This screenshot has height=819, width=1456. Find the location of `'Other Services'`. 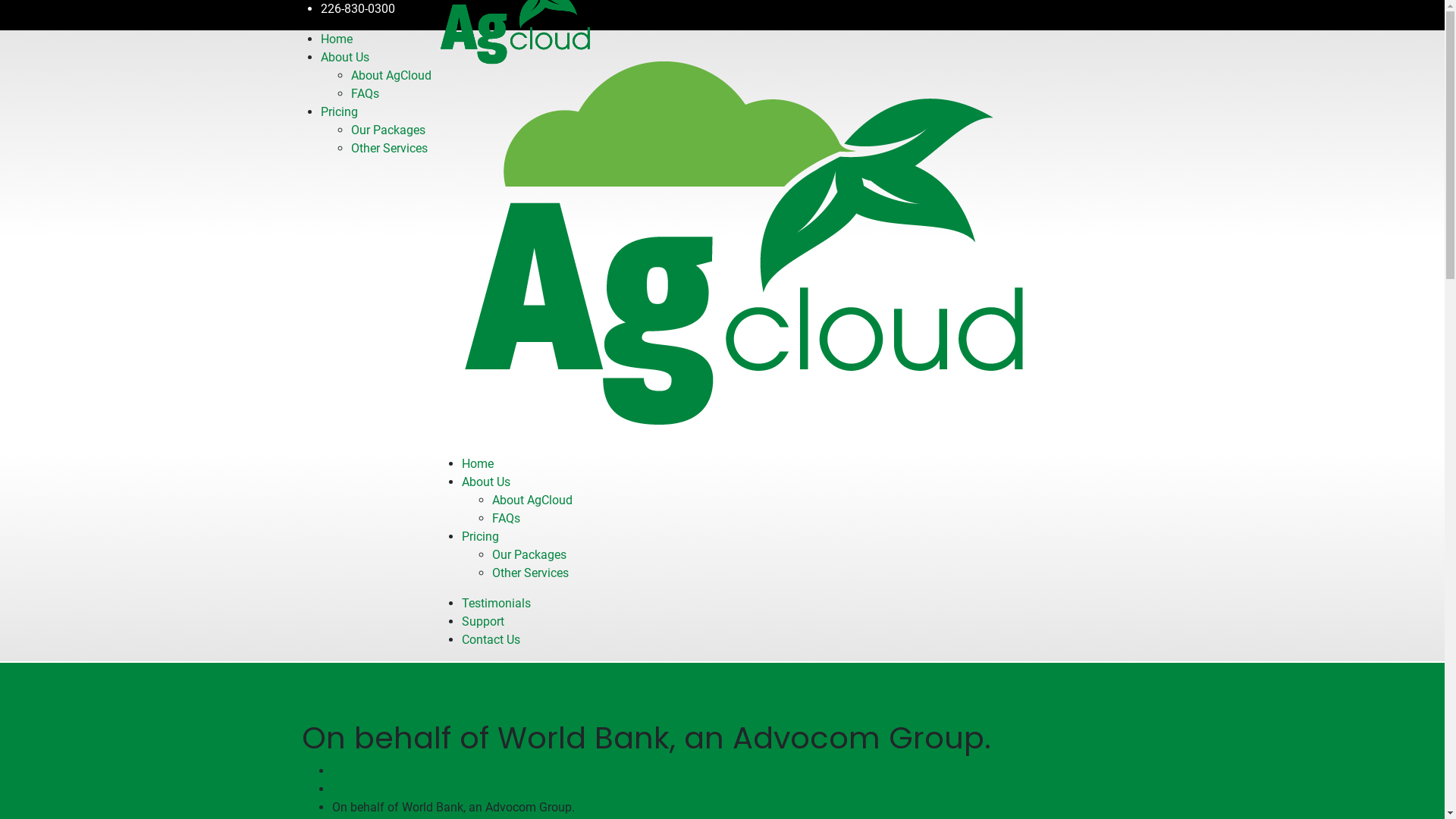

'Other Services' is located at coordinates (388, 148).